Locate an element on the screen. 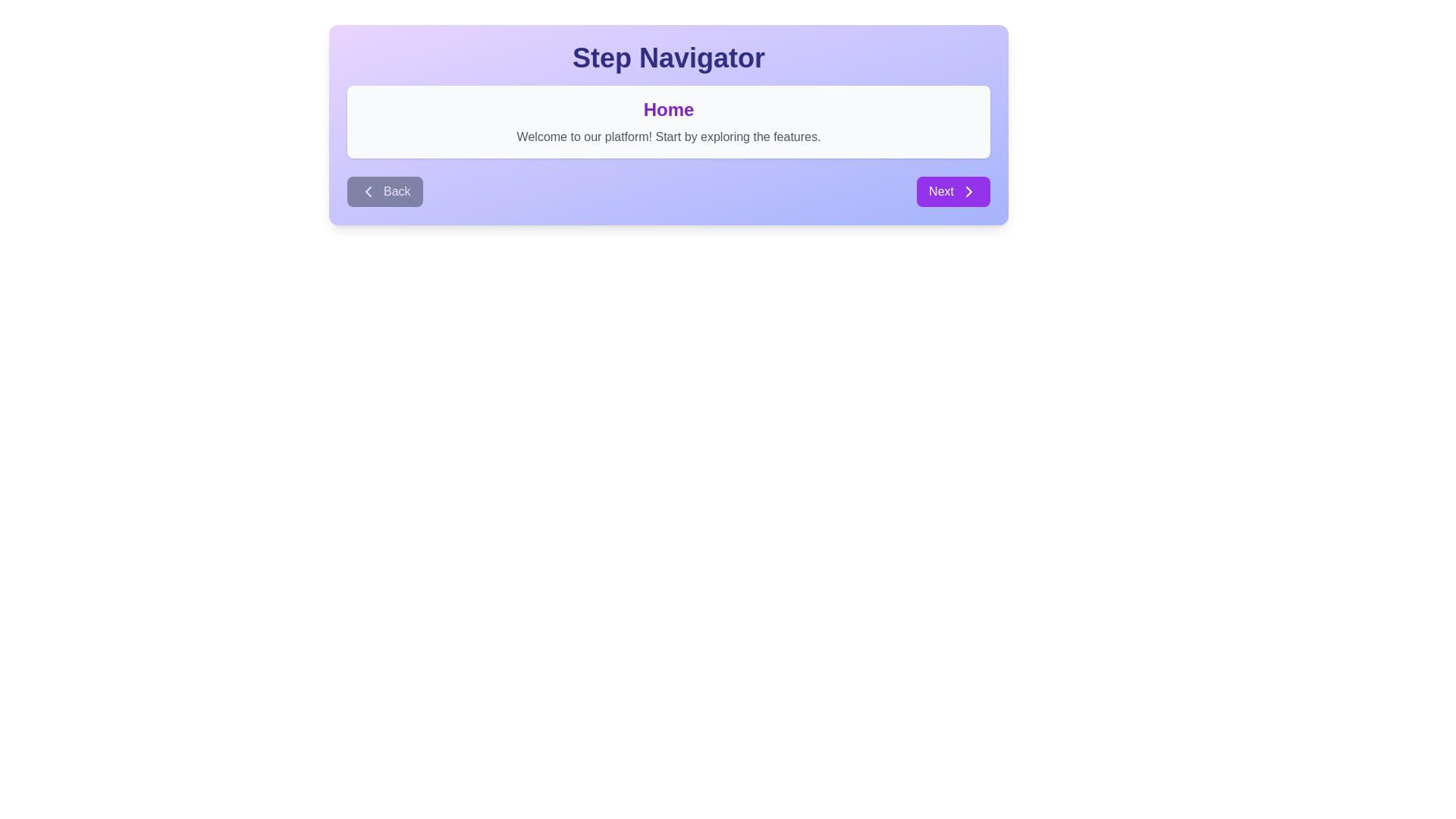 This screenshot has width=1456, height=819. the informational message box located centrally below the 'Step Navigator' header is located at coordinates (668, 121).